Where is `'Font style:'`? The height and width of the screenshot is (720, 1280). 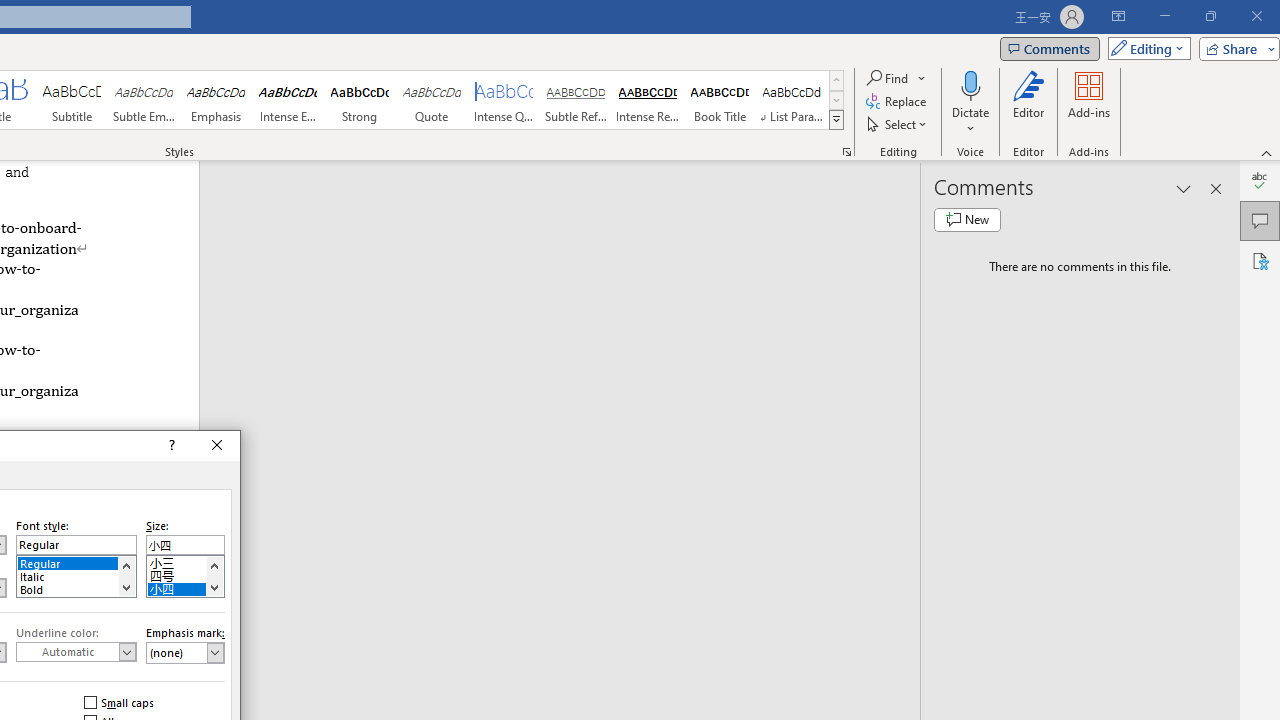 'Font style:' is located at coordinates (76, 545).